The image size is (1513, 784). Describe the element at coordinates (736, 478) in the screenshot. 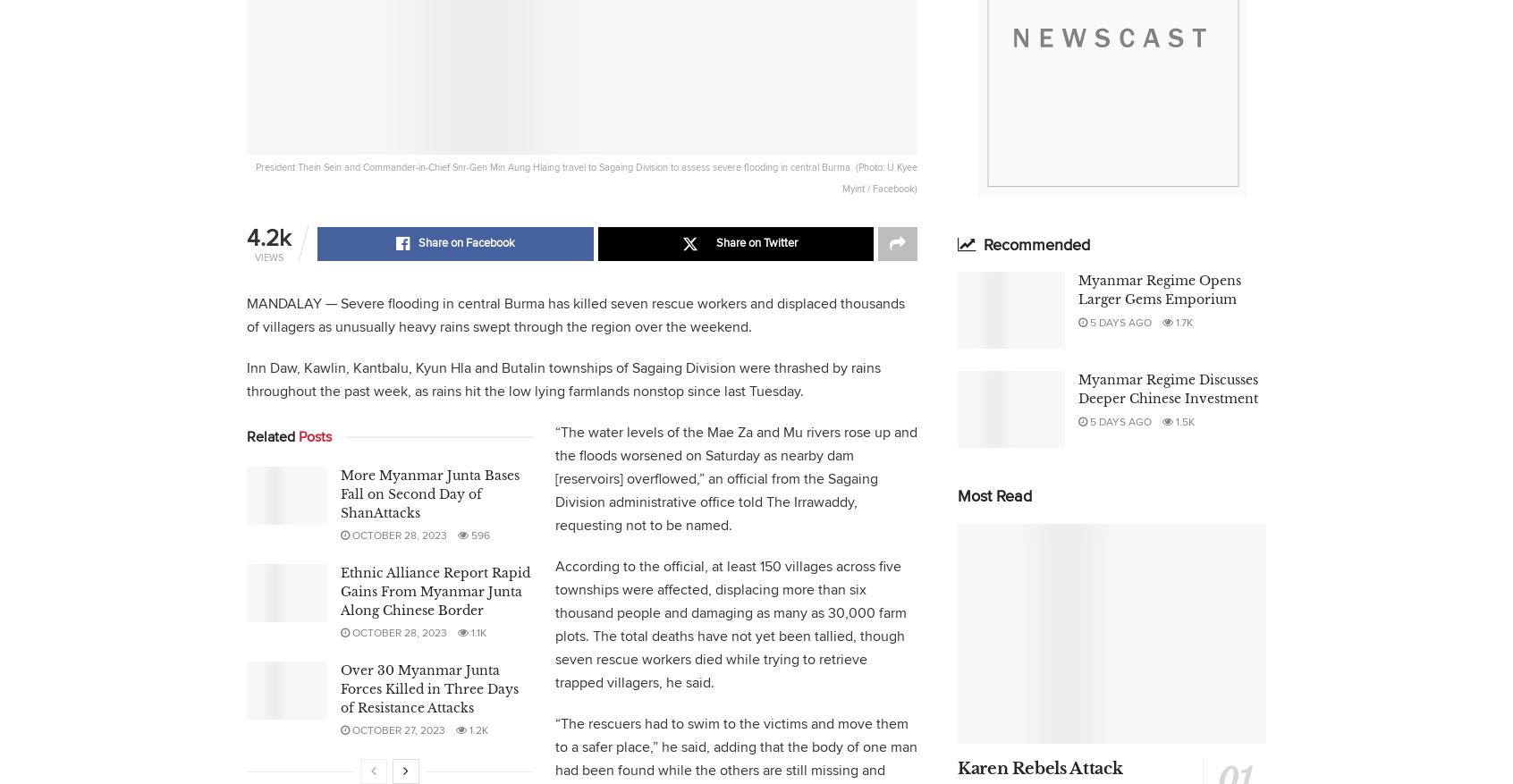

I see `'“The water levels of the Mae Za and Mu rivers rose up and the floods worsened on Saturday as nearby dam [reservoirs] overflowed,” an official from the Sagaing Division administrative office told The Irrawaddy, requesting not to be named.'` at that location.